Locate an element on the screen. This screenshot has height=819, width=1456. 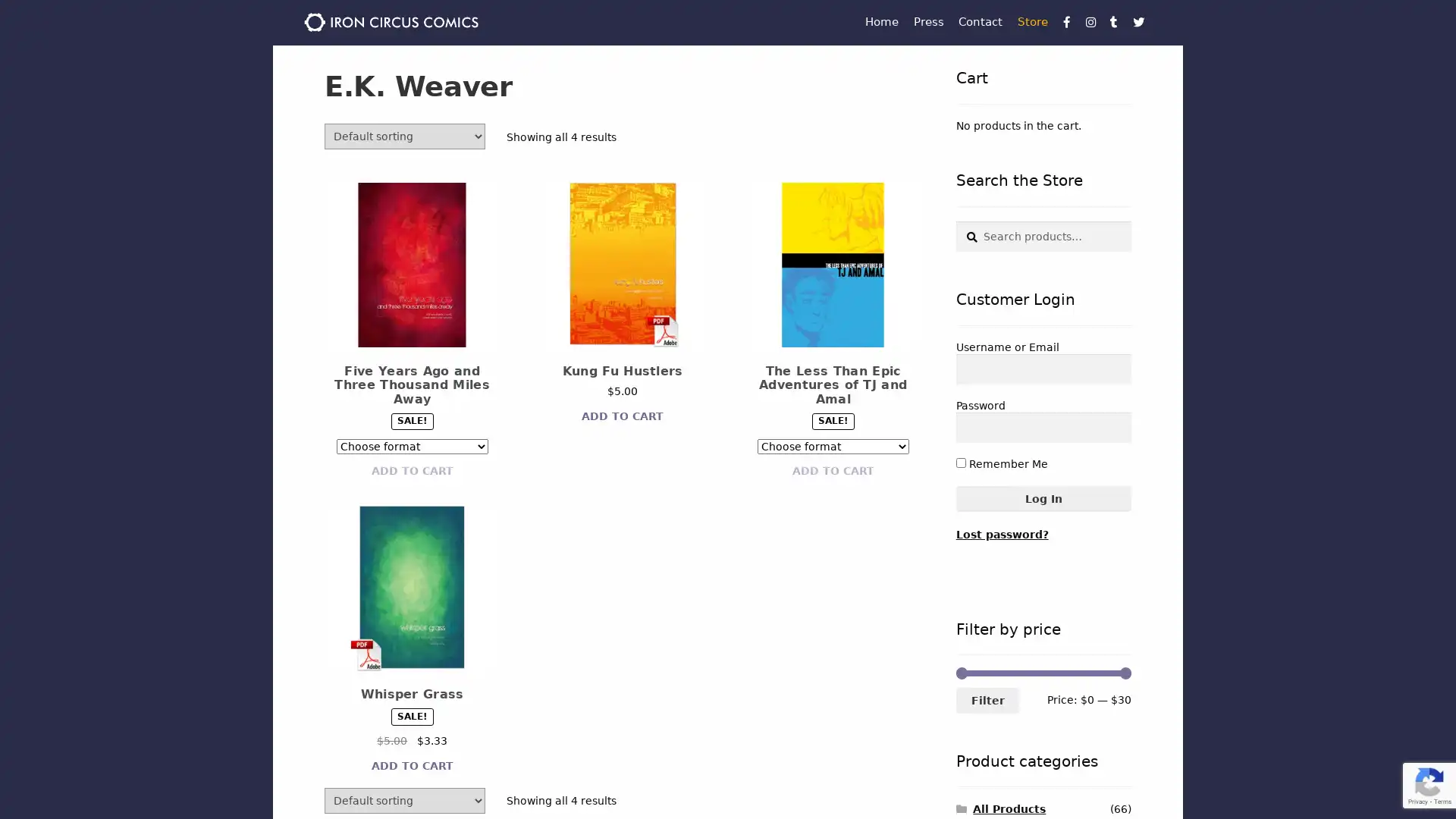
ADD TO CART is located at coordinates (411, 470).